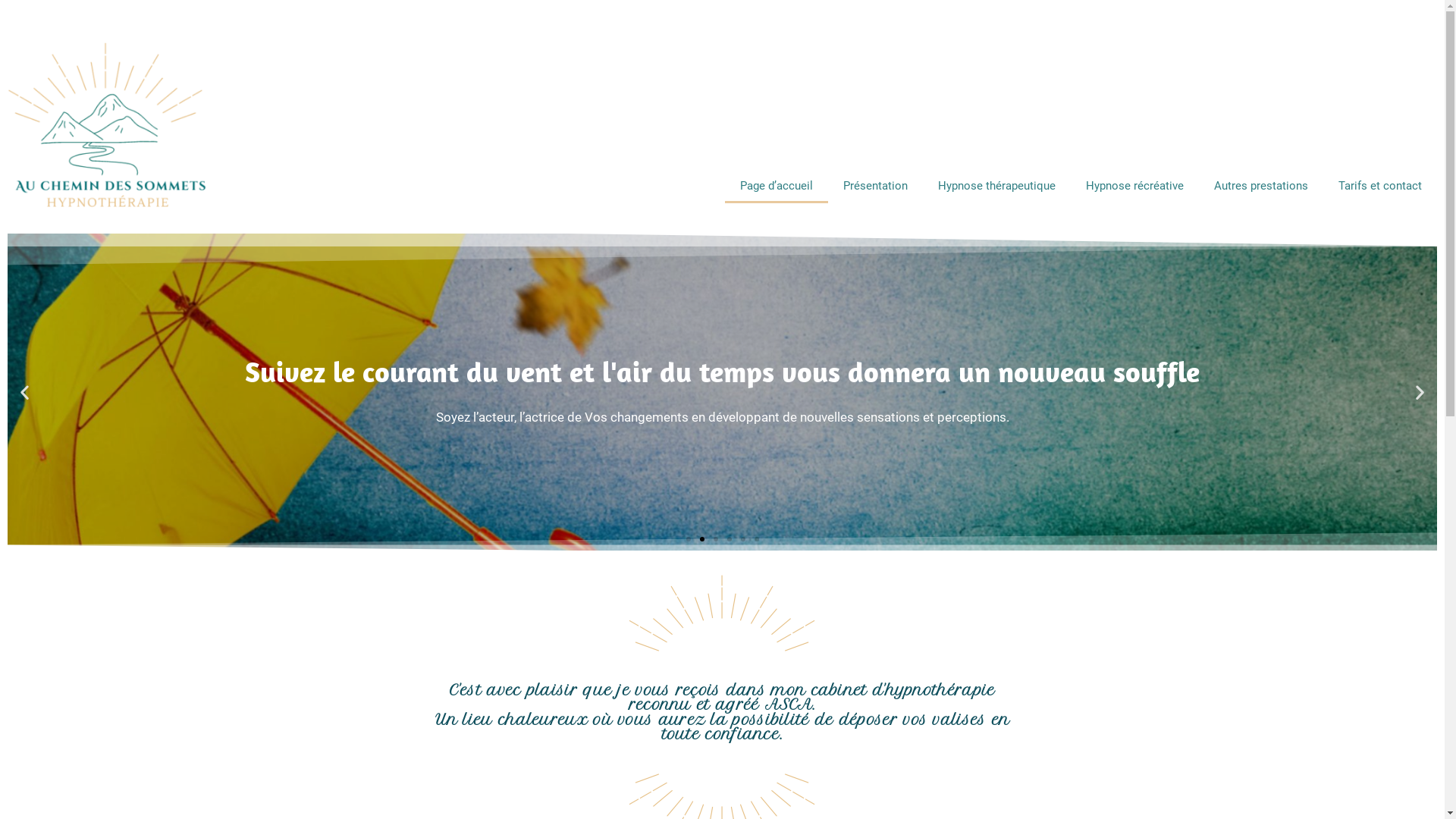  I want to click on 'rayons2', so click(620, 617).